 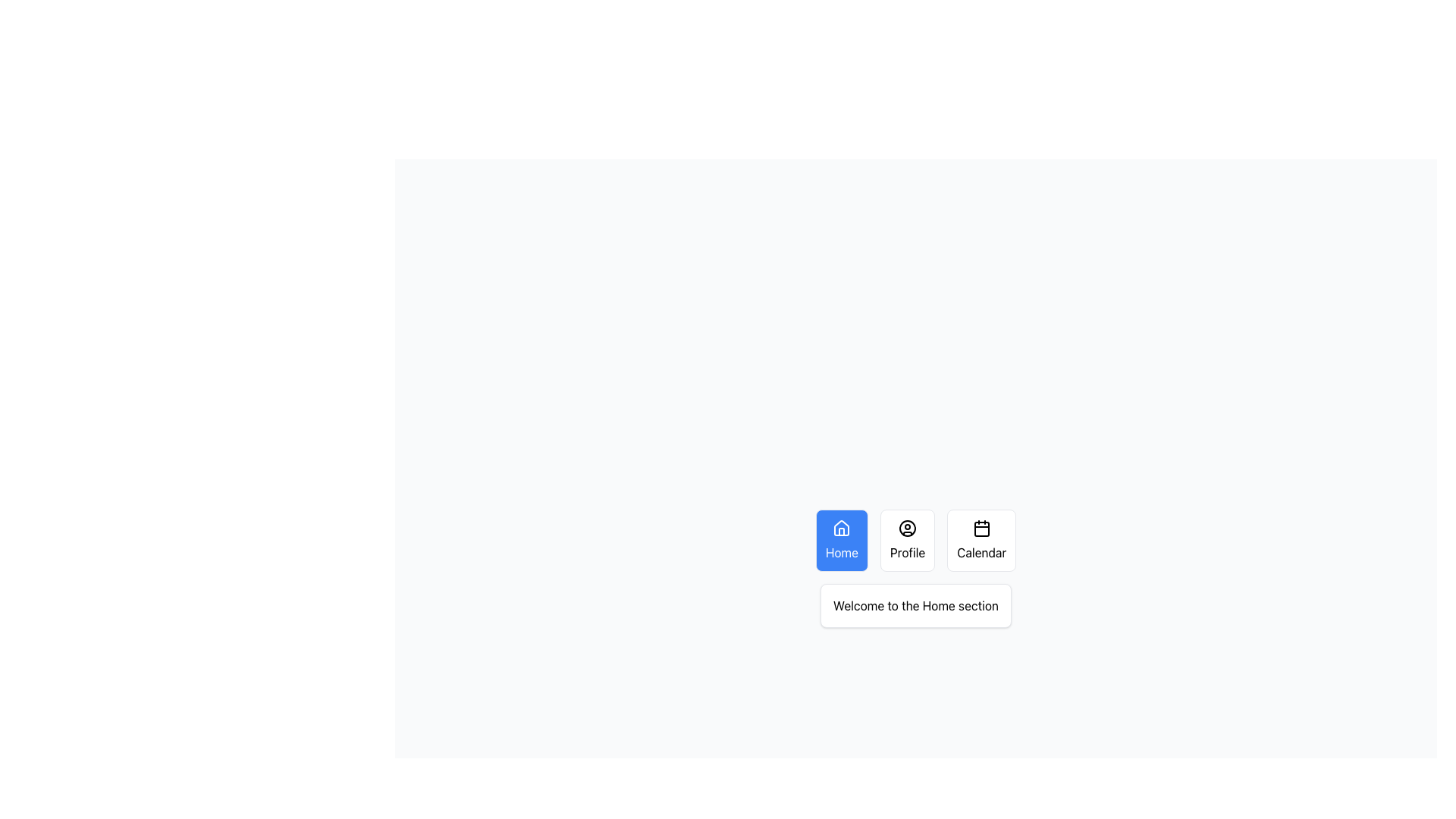 What do you see at coordinates (981, 529) in the screenshot?
I see `the main square inside the calendar icon located in the 'Calendar' menu, which is the third item in the horizontal menu at the bottom right of the page` at bounding box center [981, 529].